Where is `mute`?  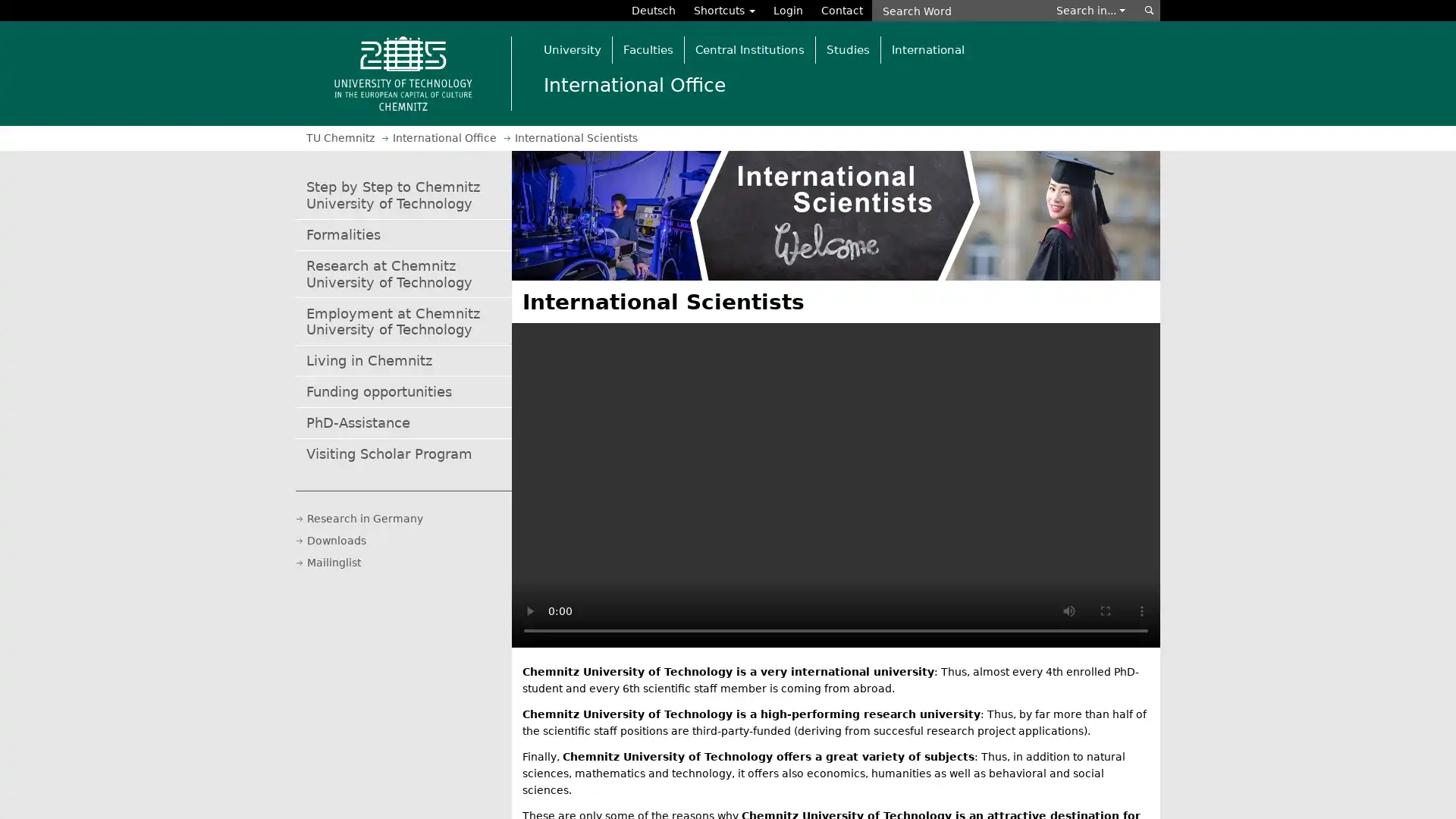
mute is located at coordinates (1068, 610).